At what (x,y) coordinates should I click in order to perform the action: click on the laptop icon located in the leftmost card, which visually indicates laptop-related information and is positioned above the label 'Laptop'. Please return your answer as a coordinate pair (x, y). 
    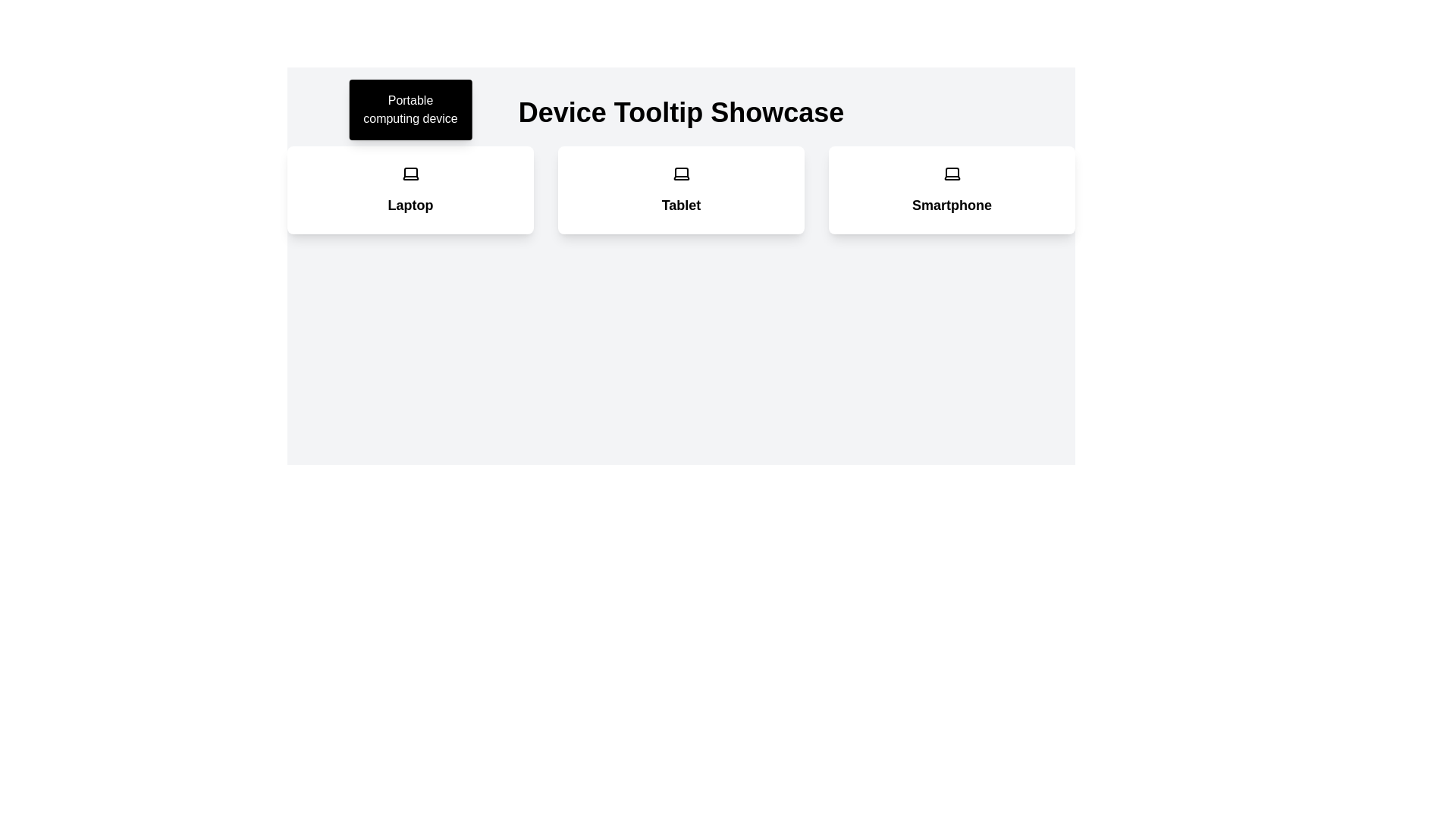
    Looking at the image, I should click on (410, 172).